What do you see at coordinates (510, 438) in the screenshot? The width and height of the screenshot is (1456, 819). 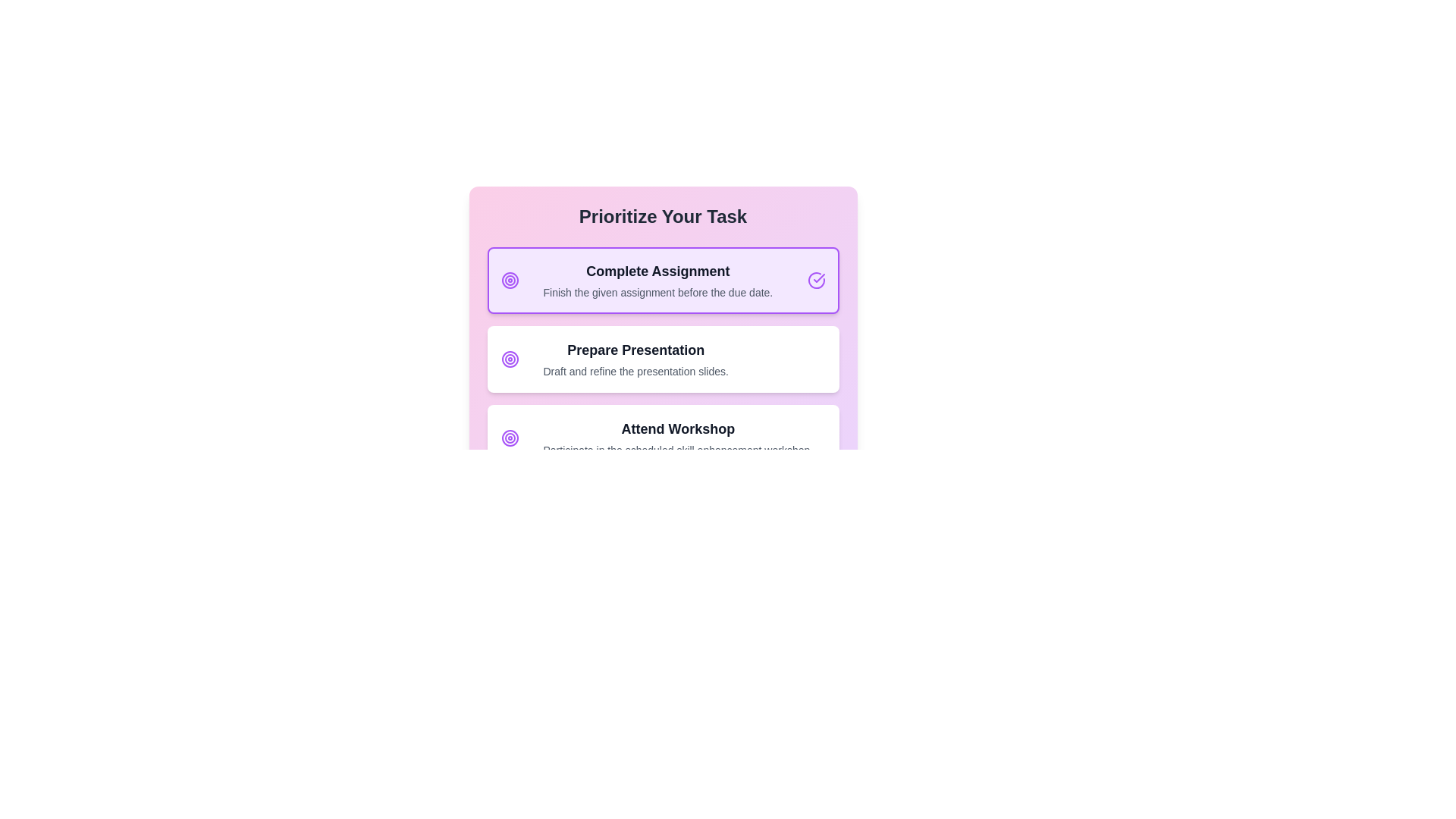 I see `the circular target icon with concentric circles in purple, located to the left of the 'Attend Workshop' text` at bounding box center [510, 438].